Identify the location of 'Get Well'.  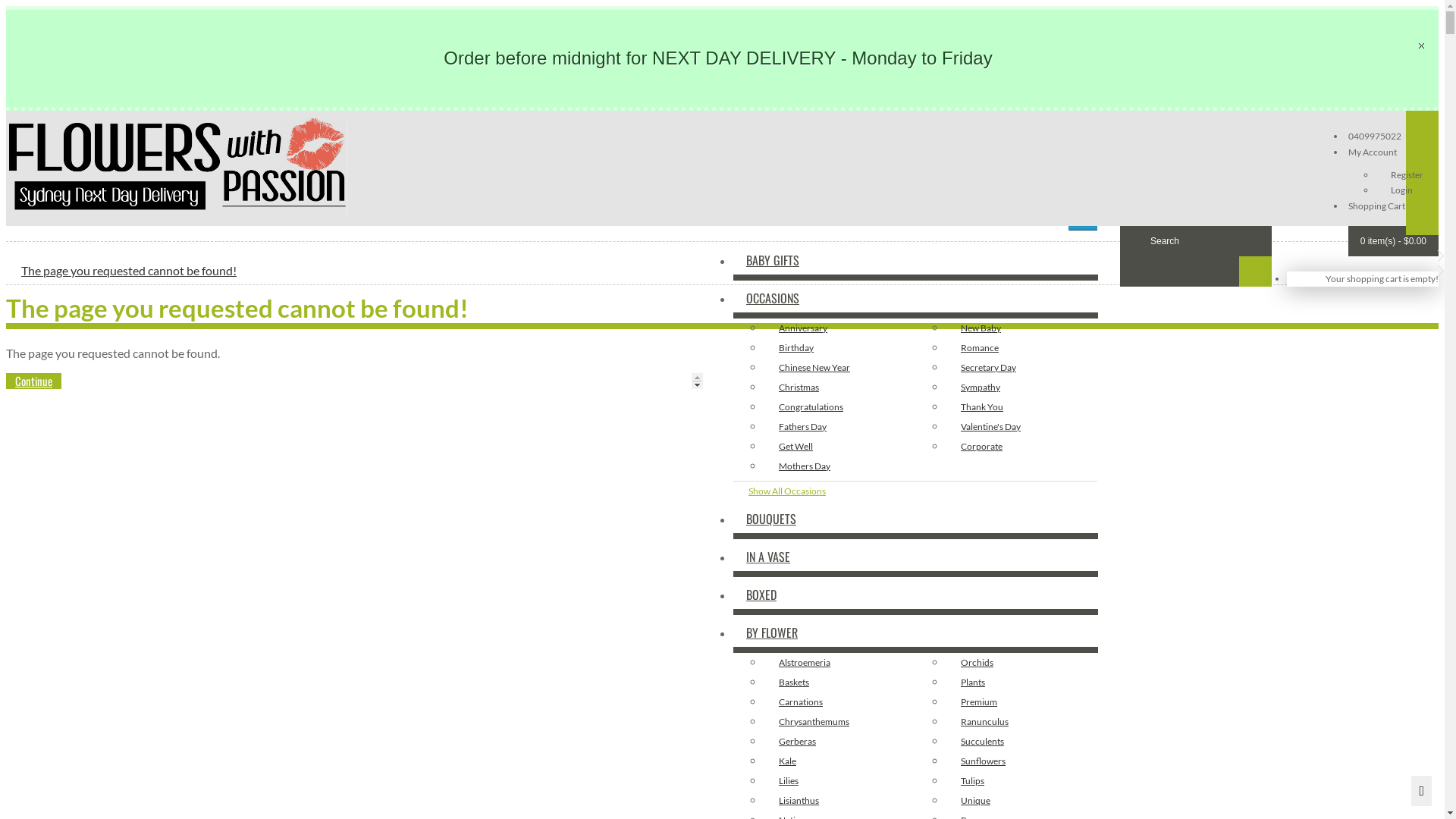
(839, 446).